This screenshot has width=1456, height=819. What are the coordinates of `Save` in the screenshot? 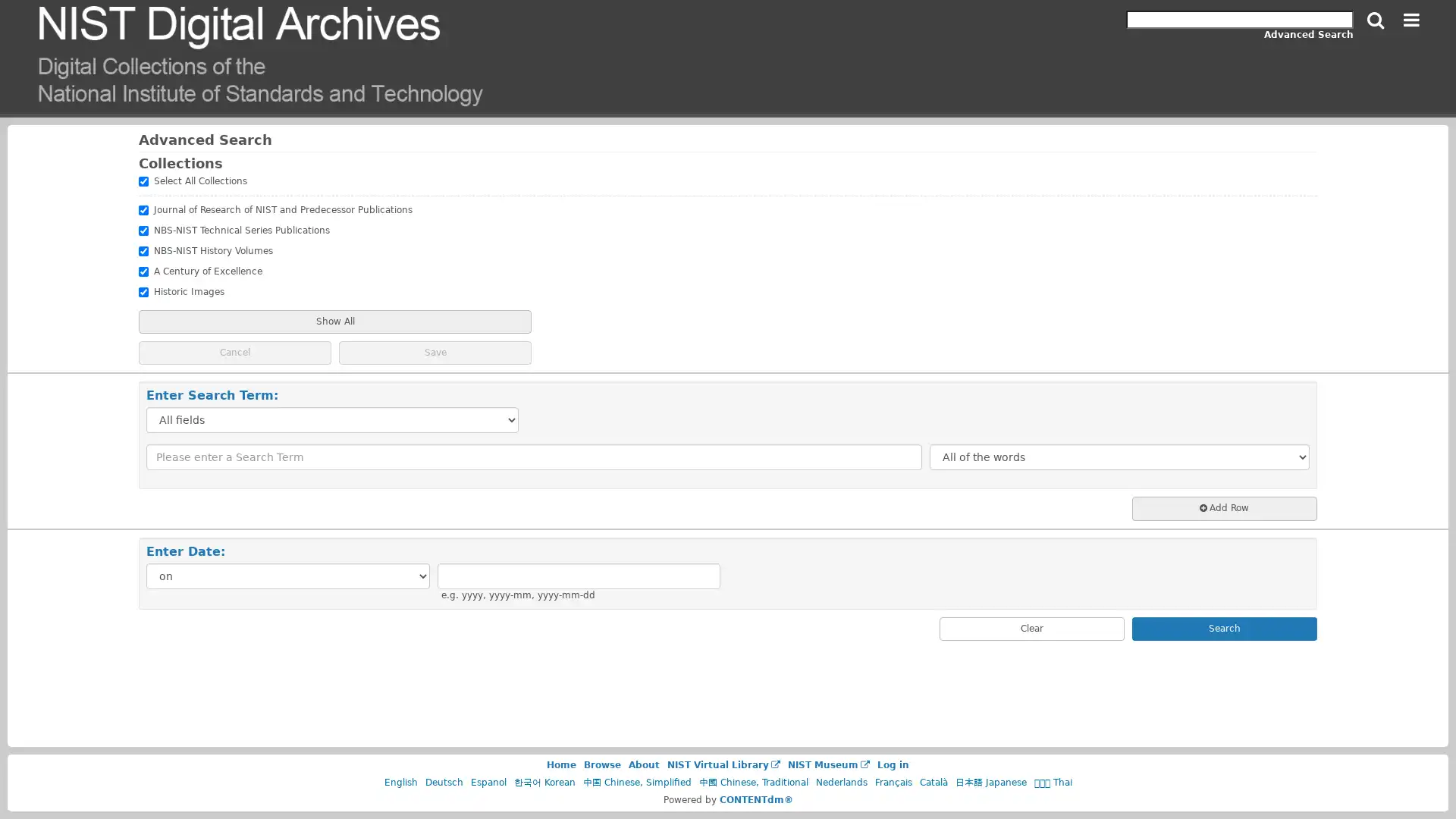 It's located at (435, 352).